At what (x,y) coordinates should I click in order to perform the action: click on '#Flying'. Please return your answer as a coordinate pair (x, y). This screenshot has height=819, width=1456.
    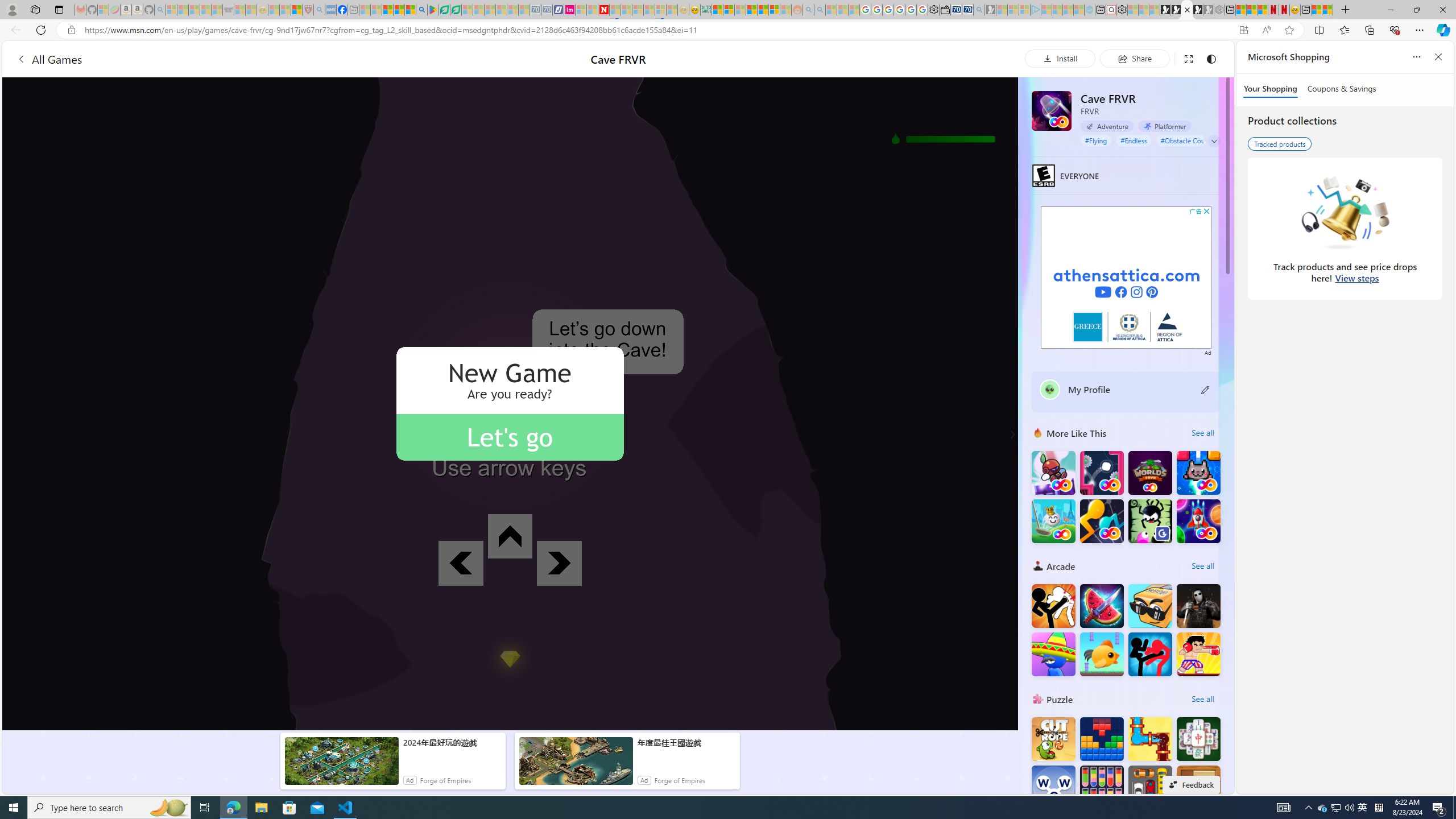
    Looking at the image, I should click on (1096, 139).